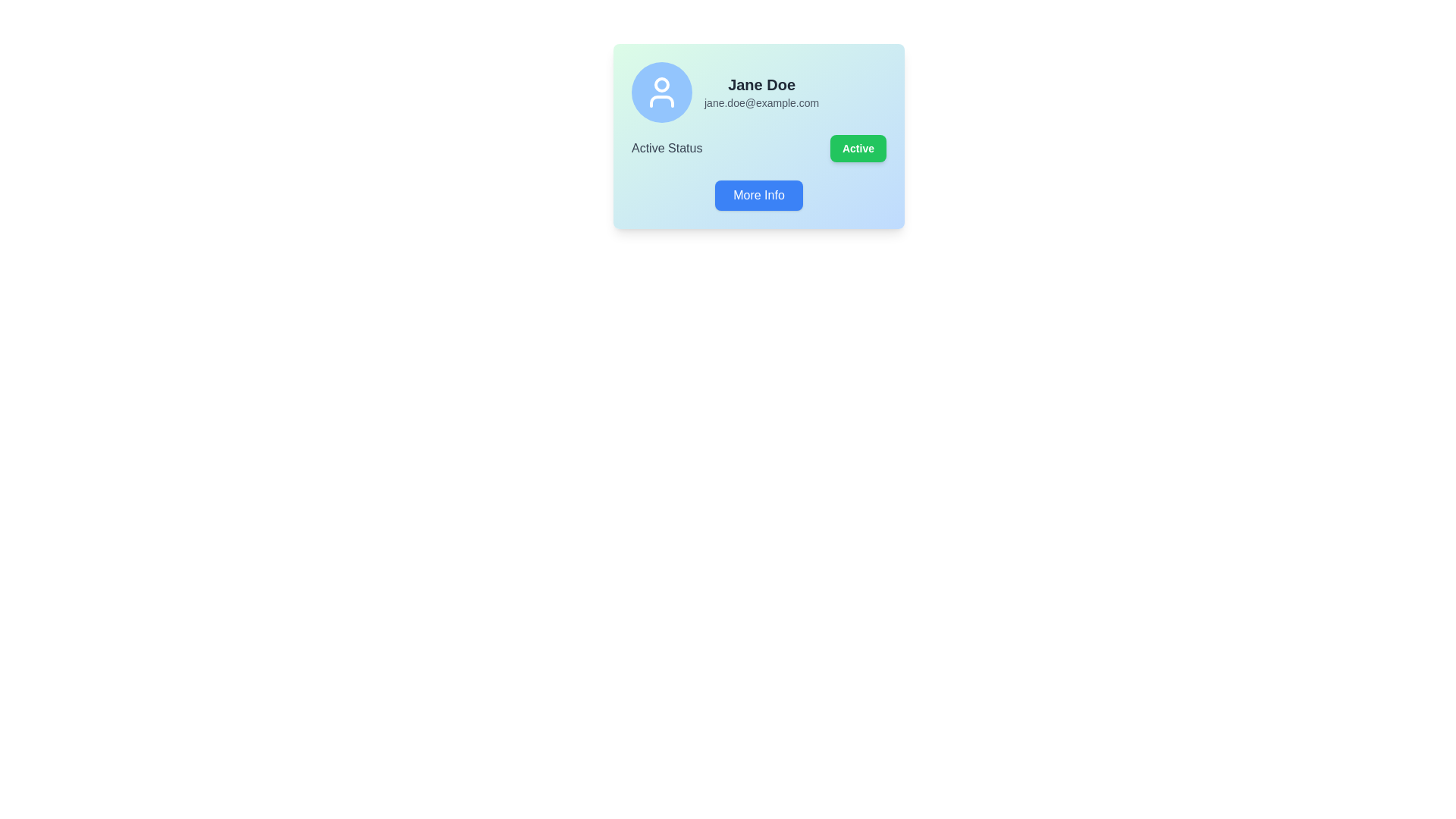 The image size is (1456, 819). I want to click on the user icon, which is visually represented by a profile image in a circular blue background on the left side of the user profile section, so click(662, 93).